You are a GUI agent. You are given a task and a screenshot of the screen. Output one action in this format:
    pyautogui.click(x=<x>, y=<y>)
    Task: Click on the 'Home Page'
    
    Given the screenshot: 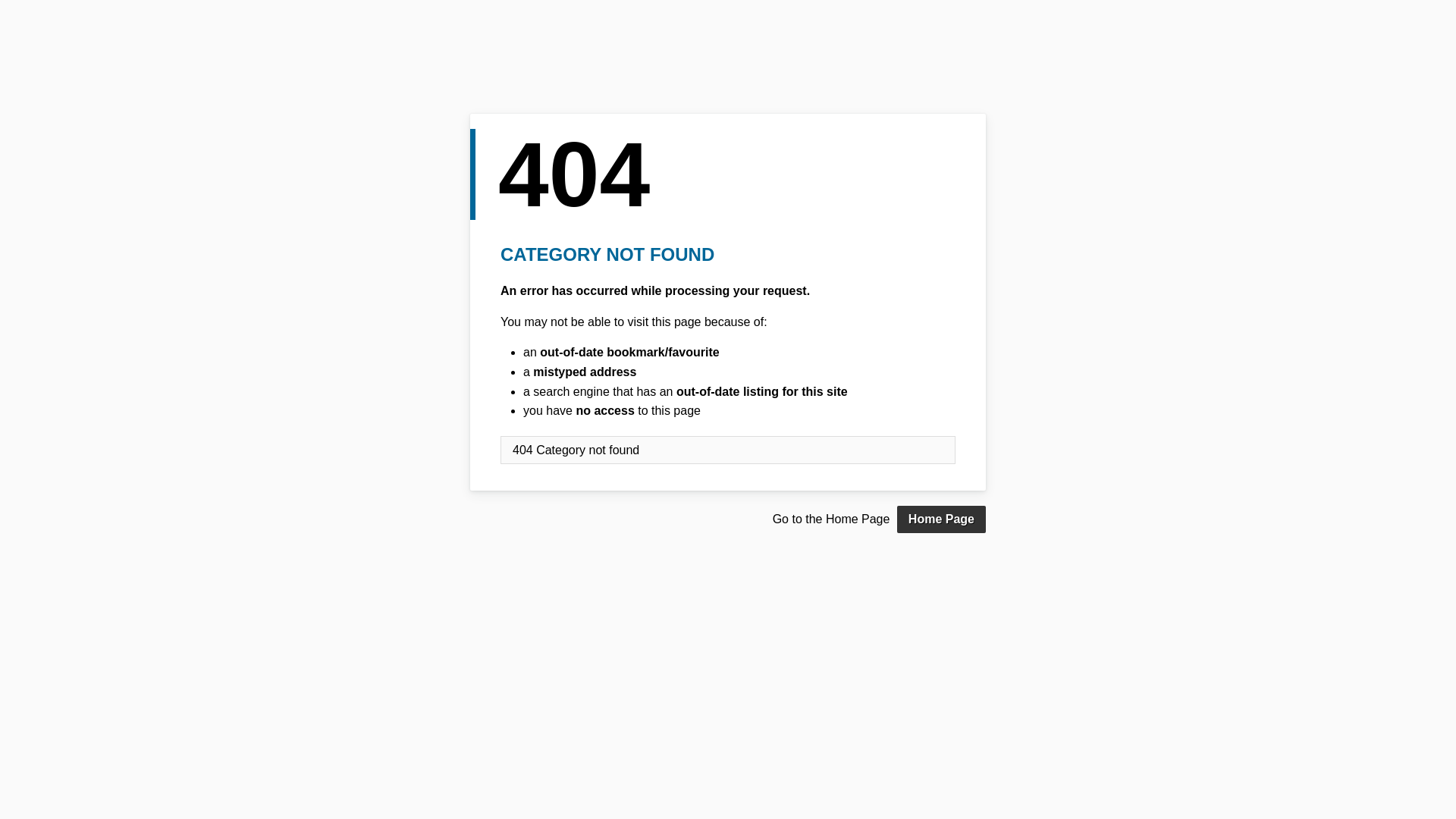 What is the action you would take?
    pyautogui.click(x=940, y=519)
    